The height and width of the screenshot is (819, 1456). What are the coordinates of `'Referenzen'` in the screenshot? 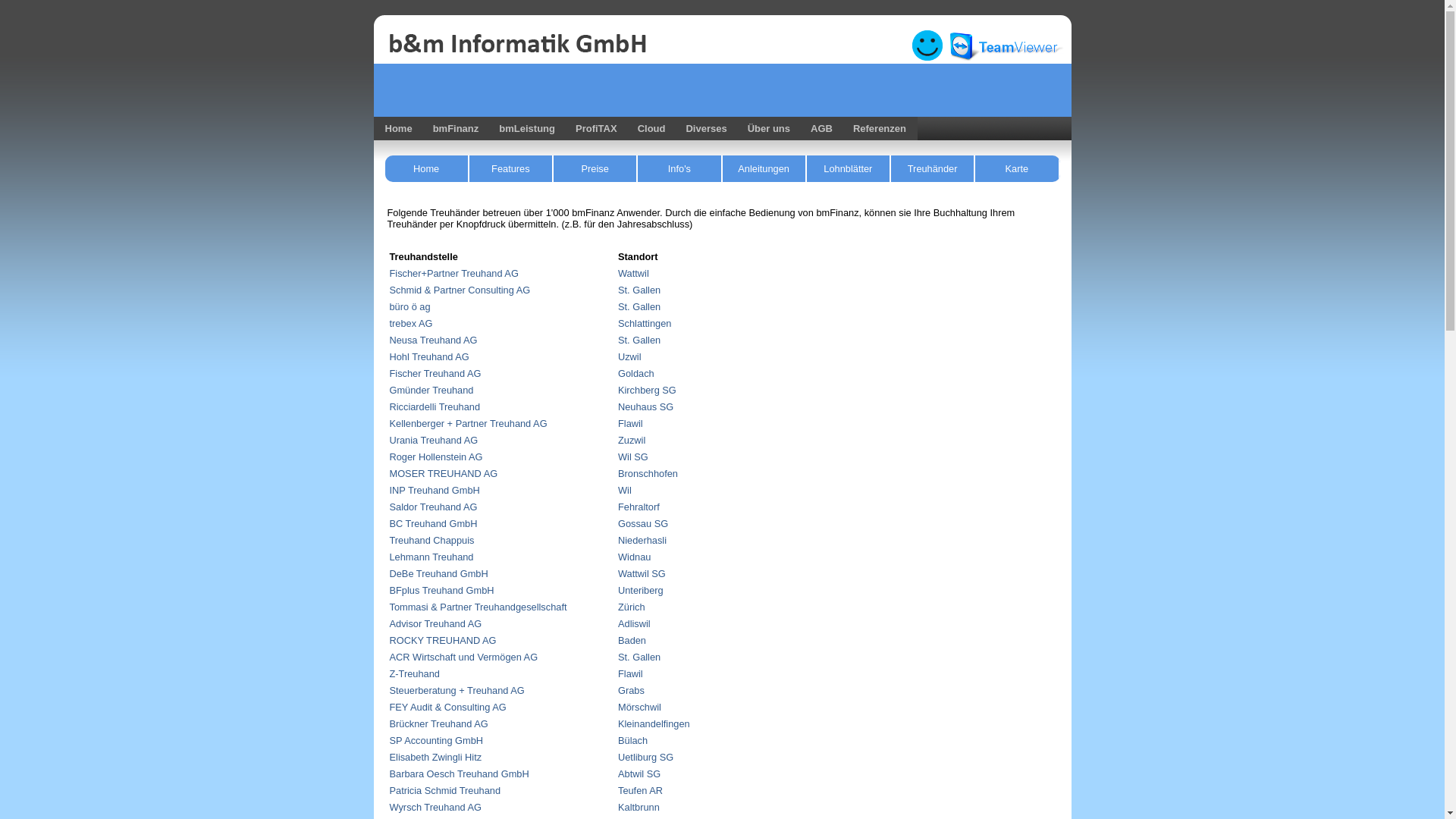 It's located at (880, 127).